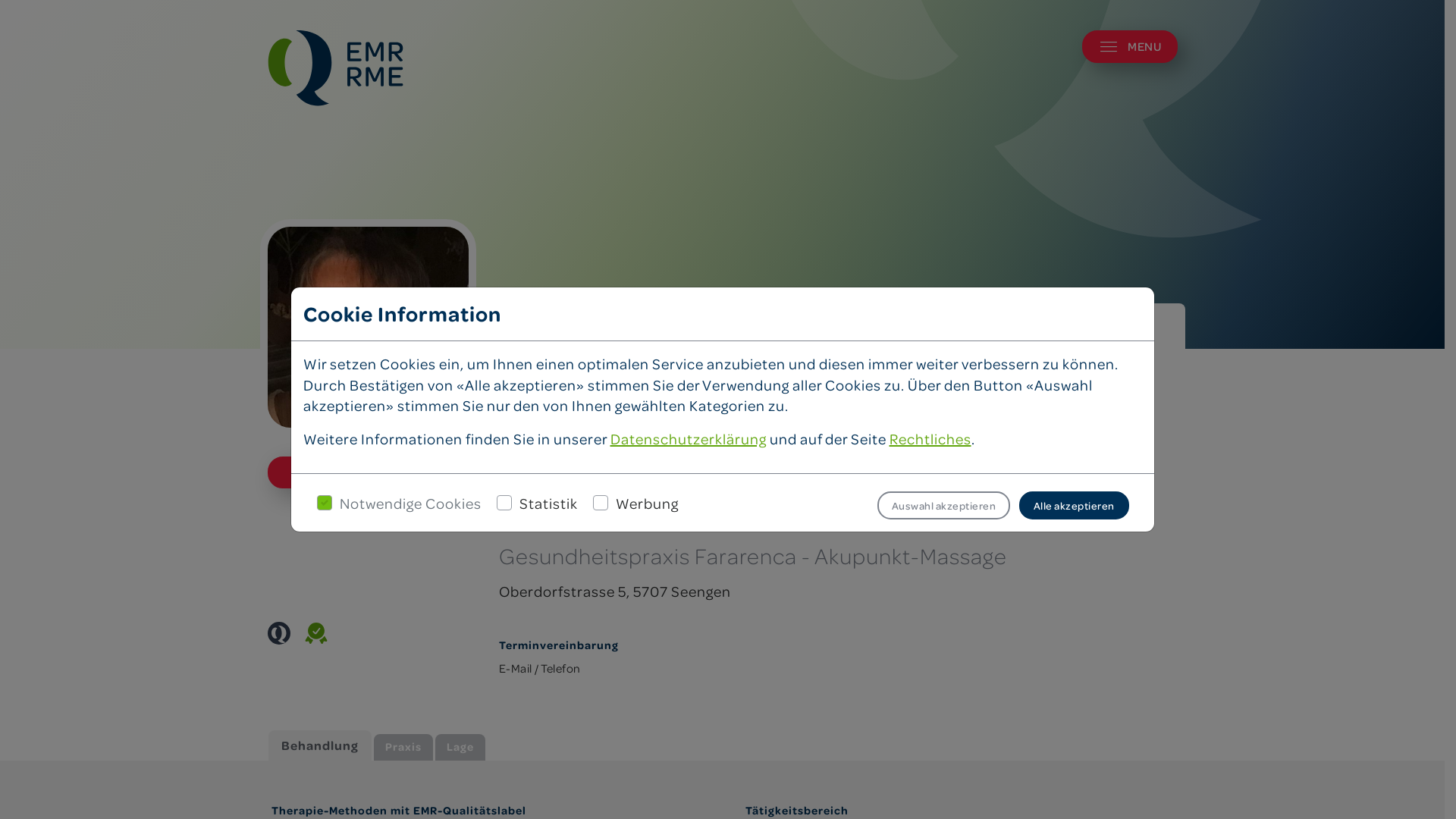  Describe the element at coordinates (943, 505) in the screenshot. I see `'Auswahl akzeptieren'` at that location.